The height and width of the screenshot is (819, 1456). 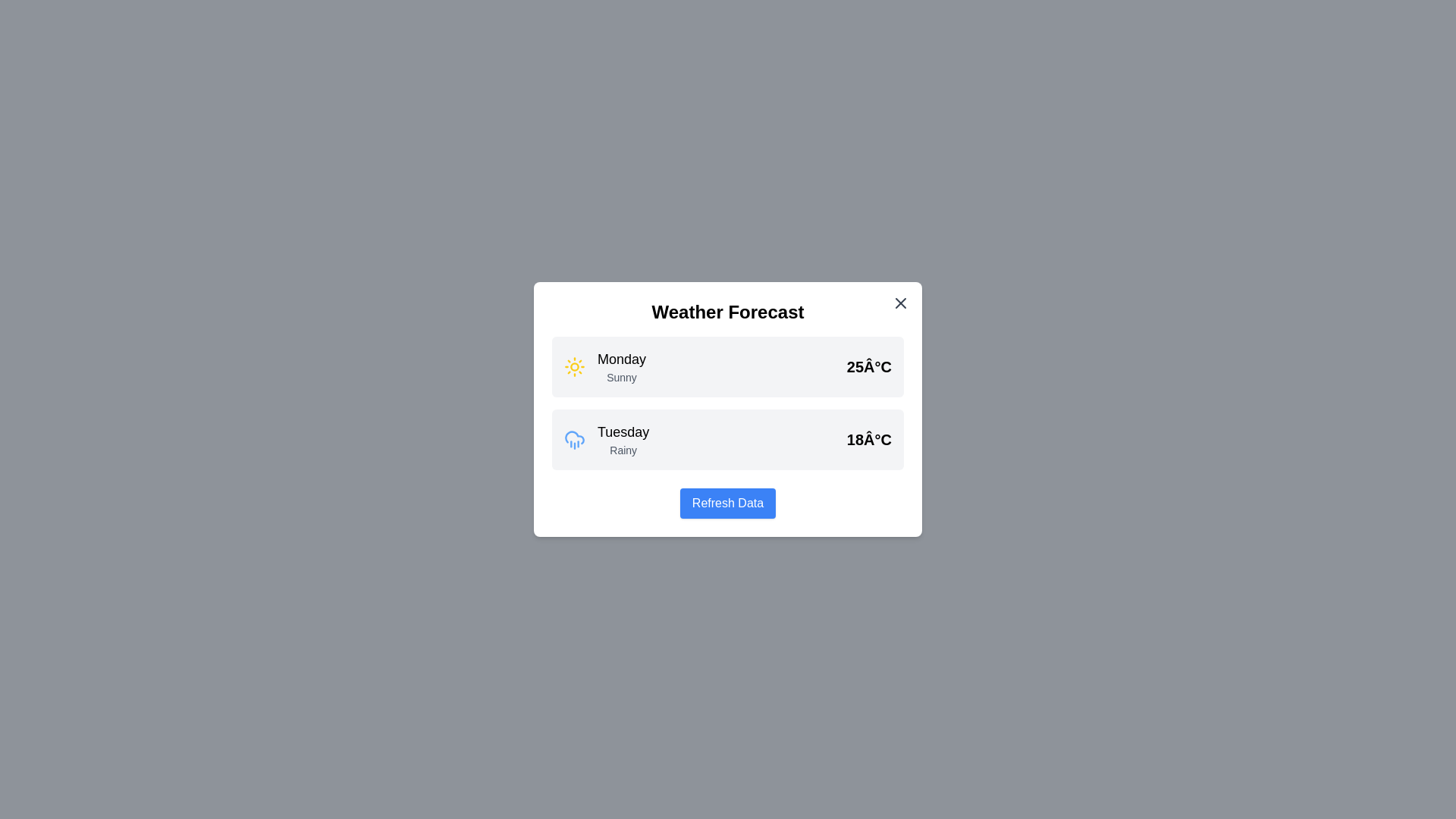 What do you see at coordinates (623, 439) in the screenshot?
I see `the text grouping displaying 'Tuesday' and the weather forecast 'Rainy' located in the weather forecast panel, to the right of the rain cloud icon and adjacent to '18°C'` at bounding box center [623, 439].